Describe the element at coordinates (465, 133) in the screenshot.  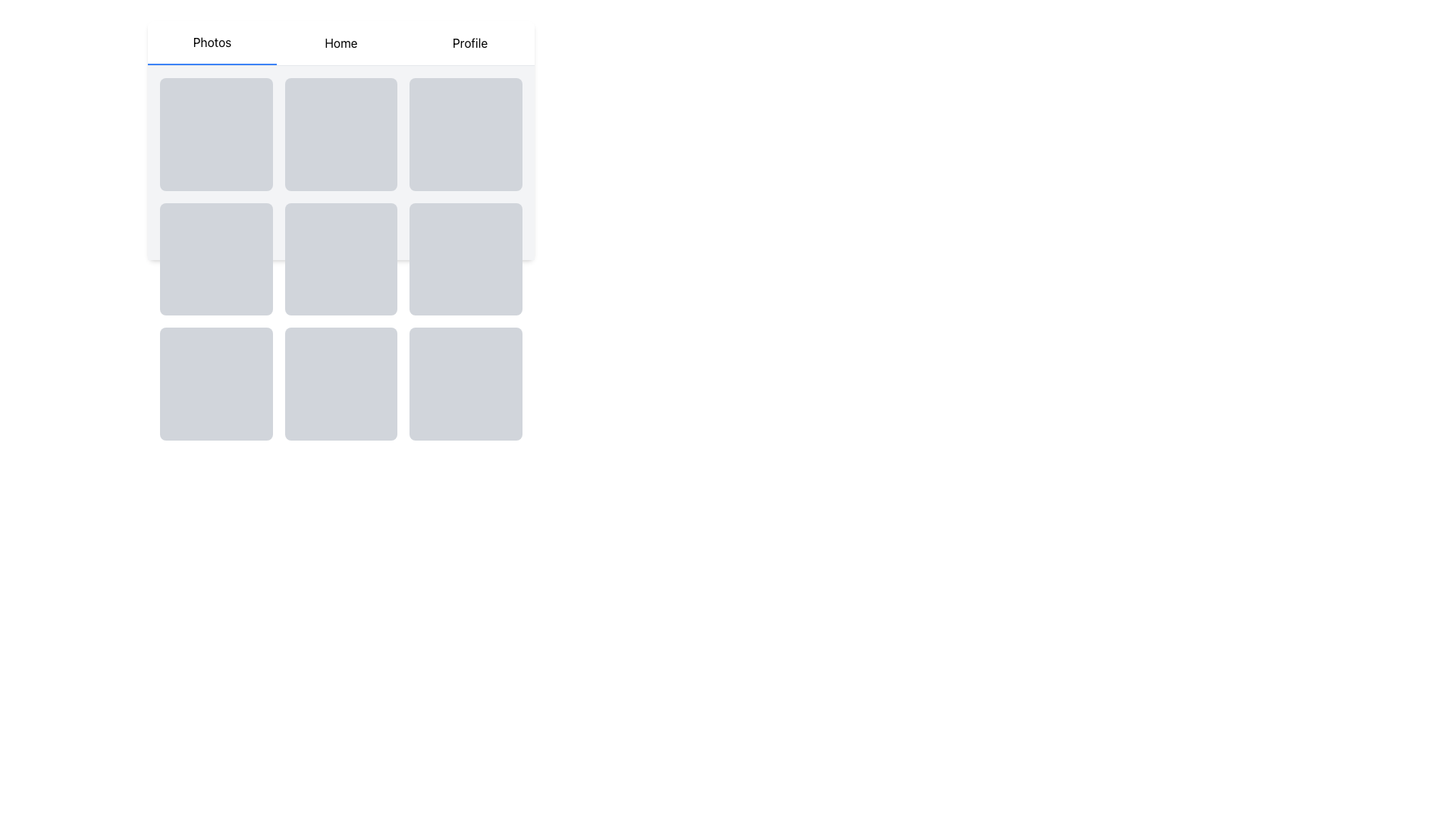
I see `the placeholder or decorative box located in the top row and third column of the 3x3 grid structure` at that location.